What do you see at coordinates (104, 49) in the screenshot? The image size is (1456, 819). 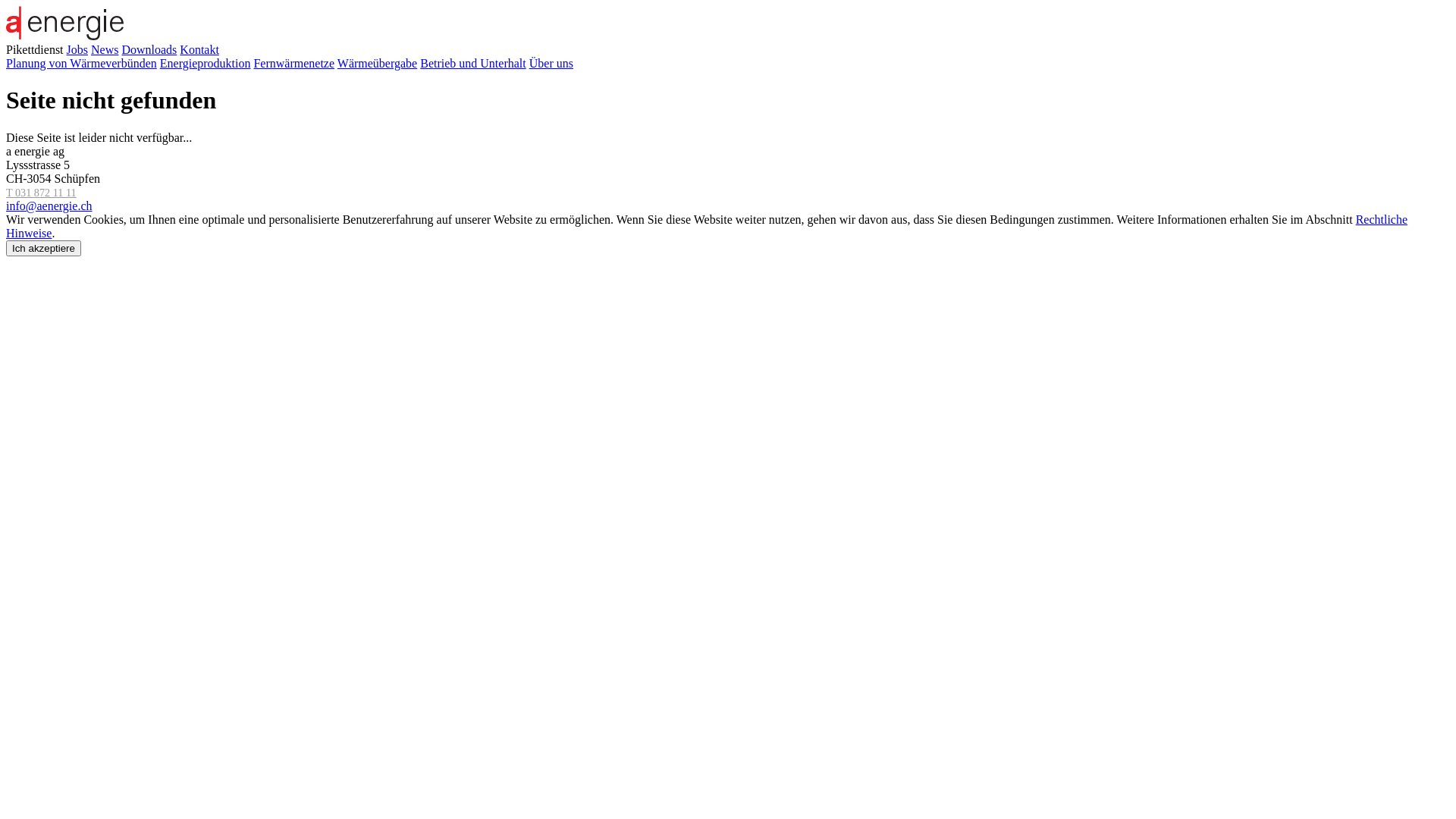 I see `'News'` at bounding box center [104, 49].